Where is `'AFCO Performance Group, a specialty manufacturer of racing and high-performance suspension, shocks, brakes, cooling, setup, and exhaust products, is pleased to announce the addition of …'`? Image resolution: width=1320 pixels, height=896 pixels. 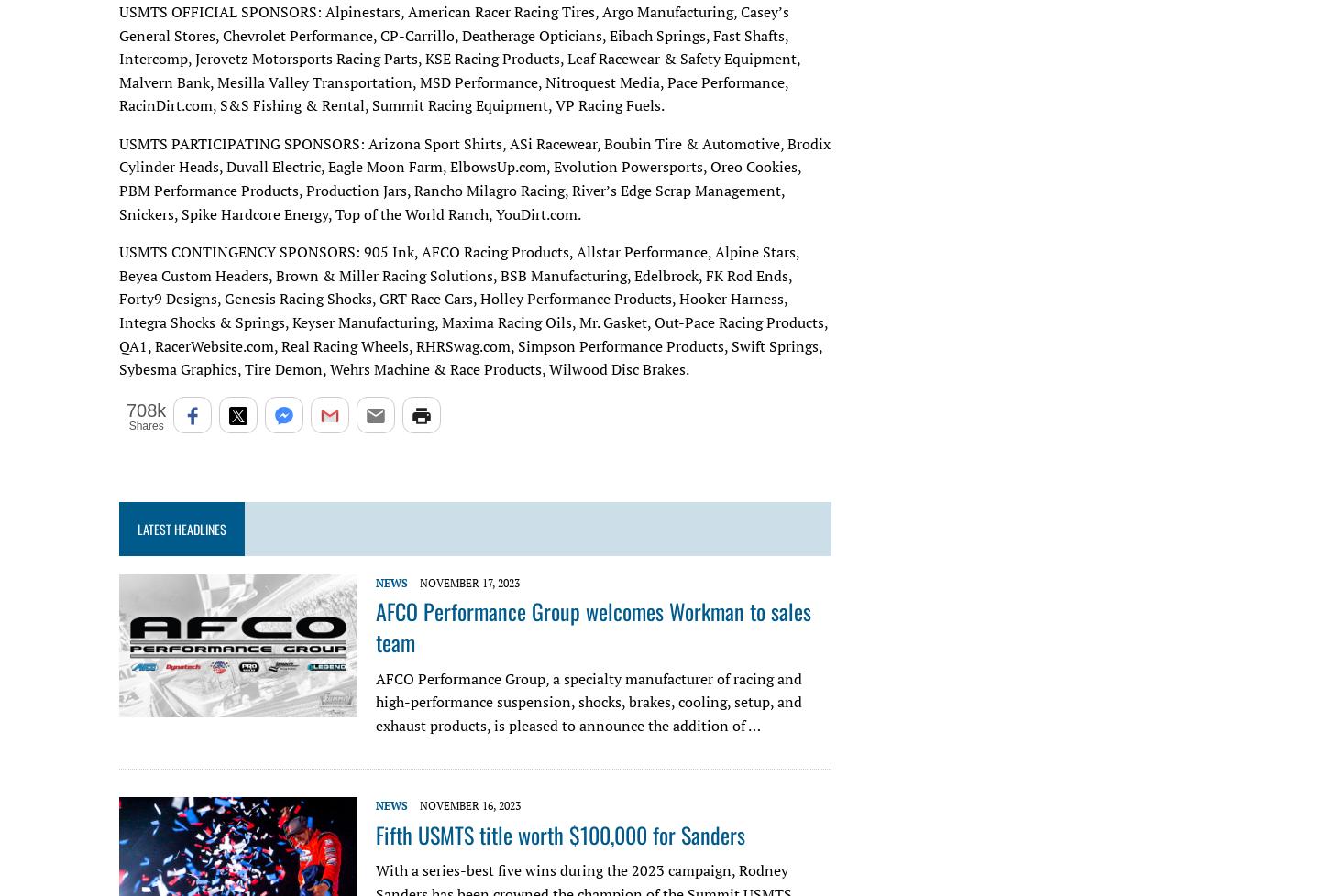
'AFCO Performance Group, a specialty manufacturer of racing and high-performance suspension, shocks, brakes, cooling, setup, and exhaust products, is pleased to announce the addition of …' is located at coordinates (588, 700).